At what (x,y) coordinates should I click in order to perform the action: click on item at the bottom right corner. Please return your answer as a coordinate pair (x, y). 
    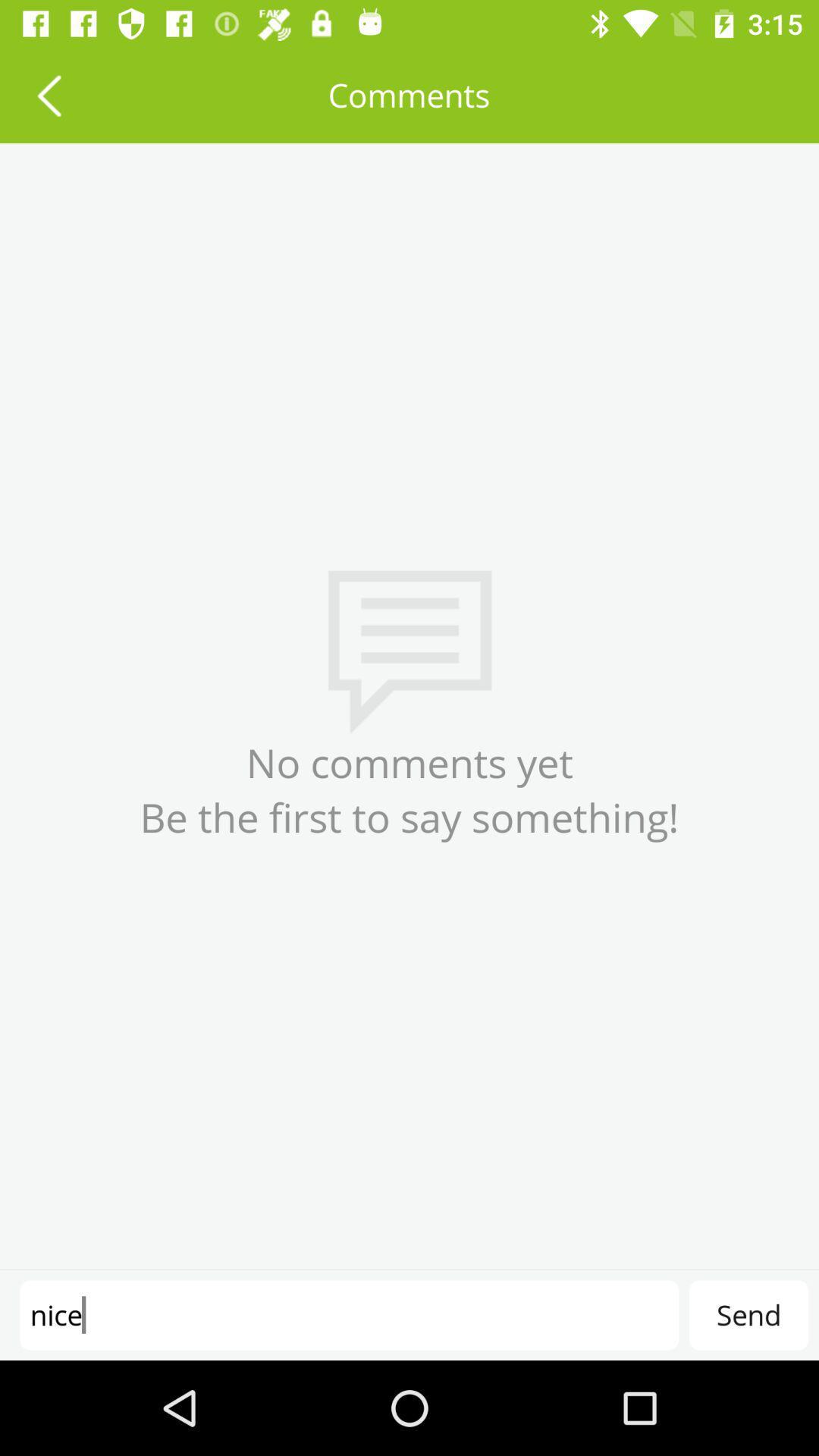
    Looking at the image, I should click on (748, 1314).